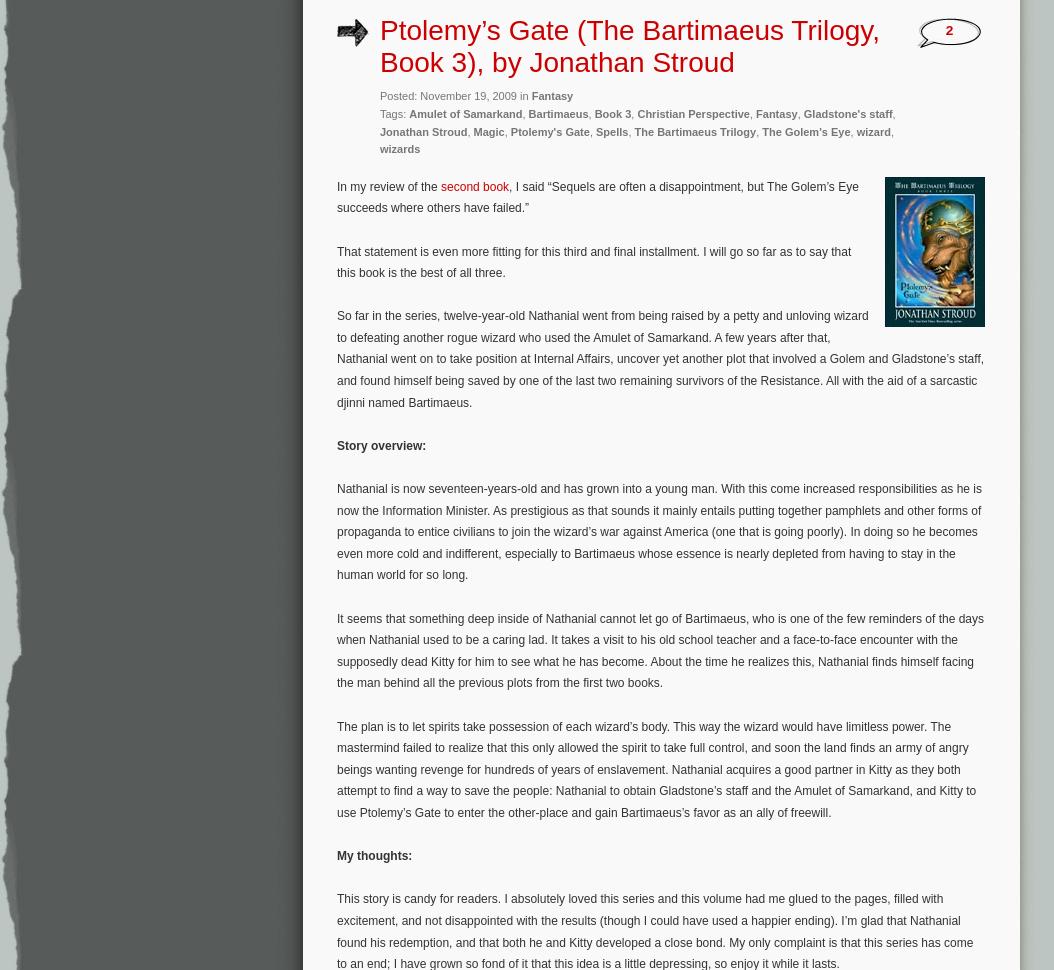 The image size is (1054, 970). I want to click on 'Nathanial is now seventeen-years-old and has grown into a young man. With this come increased responsibilities as he is now the Information Minister. As prestigious as that sounds it mainly entails putting together pamphlets and other forms of propaganda to entice civilians to join the wizard’s war against America (one that is going poorly). In doing so he becomes even more cold and indifferent, especially to Bartimaeus whose essence is nearly depleted from having to stay in the human world for so long.', so click(659, 532).